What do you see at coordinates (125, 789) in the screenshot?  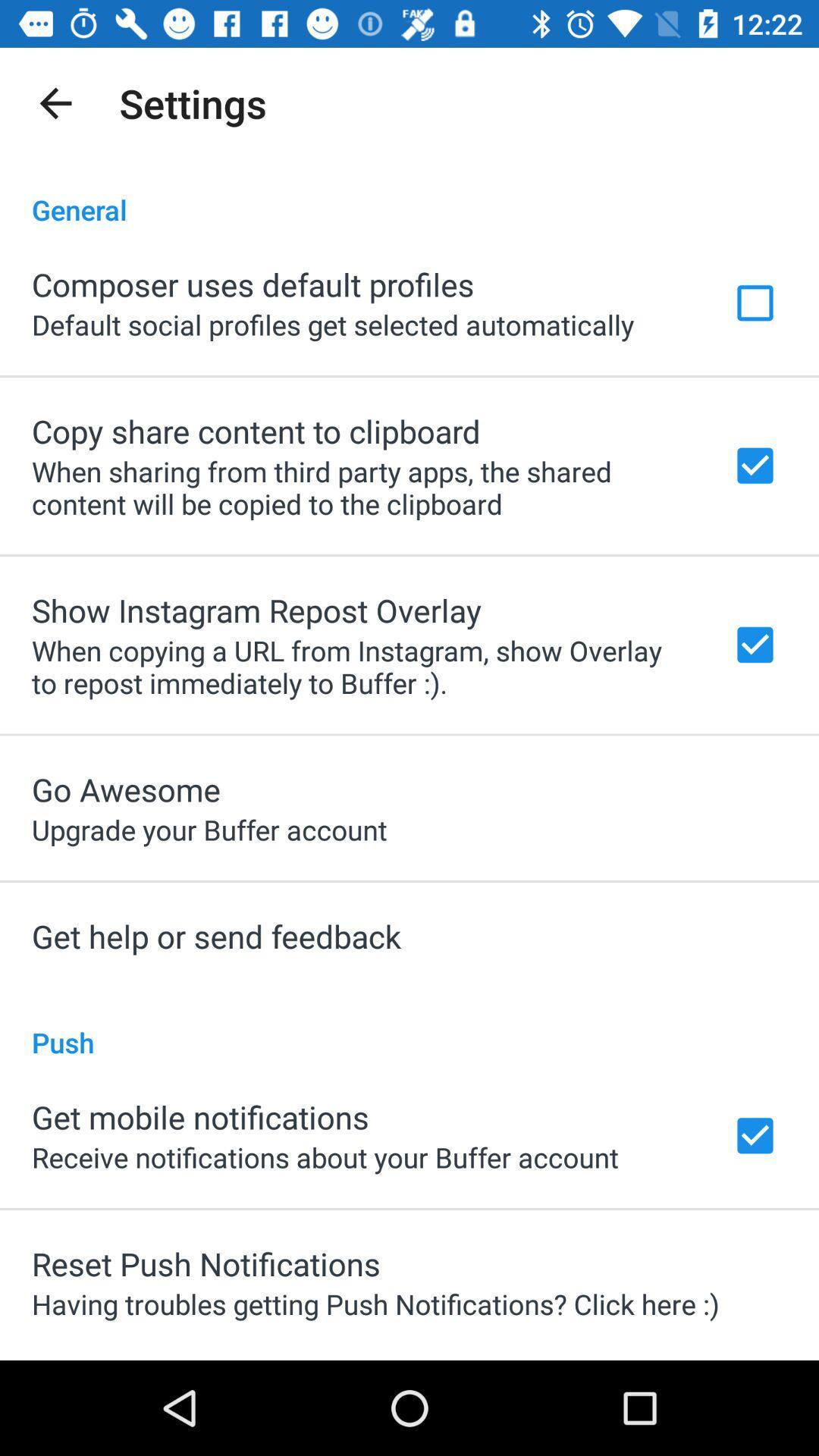 I see `icon above the upgrade your buffer item` at bounding box center [125, 789].